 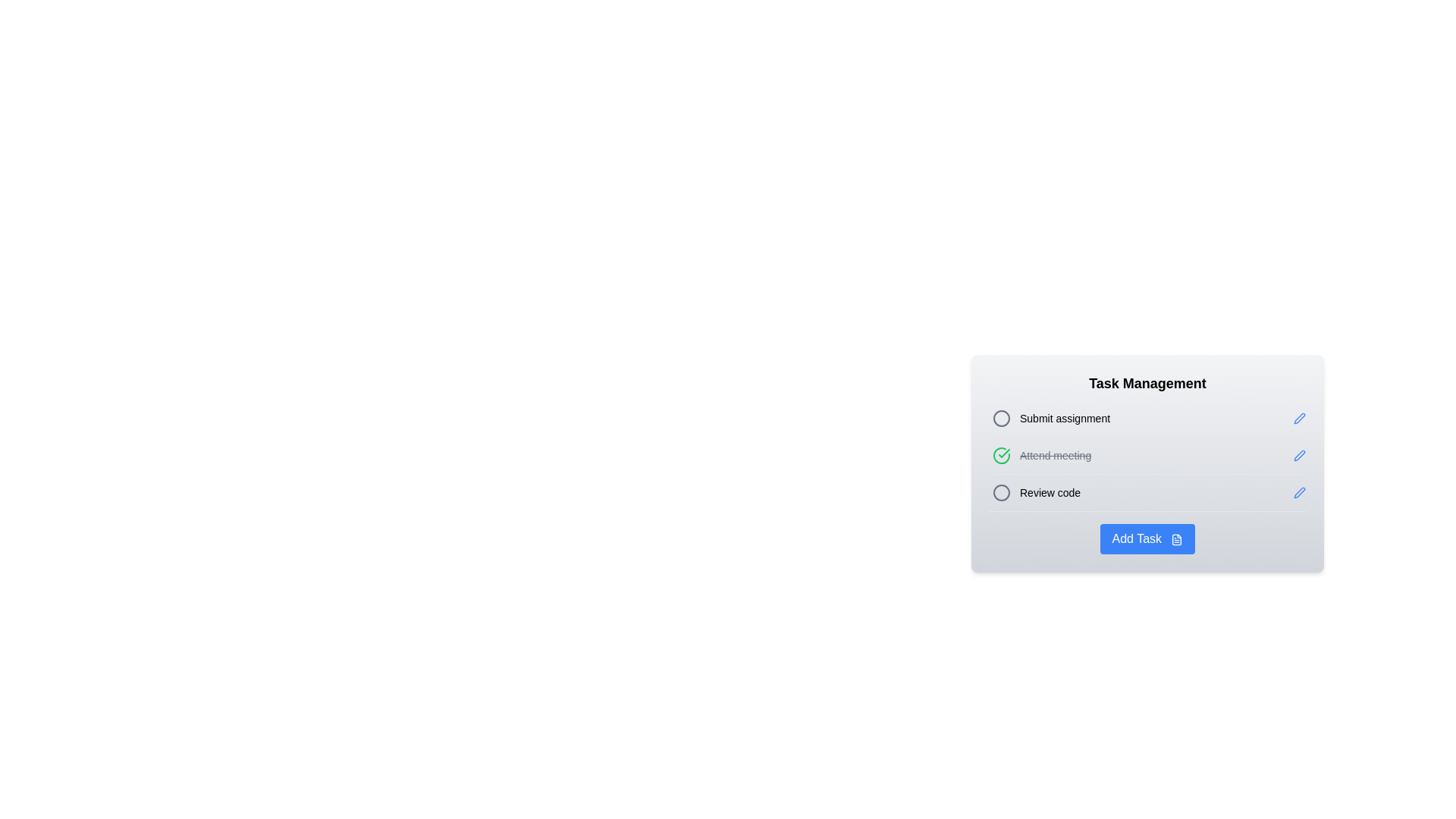 What do you see at coordinates (1298, 493) in the screenshot?
I see `the edit button located in the 'Task Management' section, which is aligned to the far-right side of the third row, next to the 'Review code' label` at bounding box center [1298, 493].